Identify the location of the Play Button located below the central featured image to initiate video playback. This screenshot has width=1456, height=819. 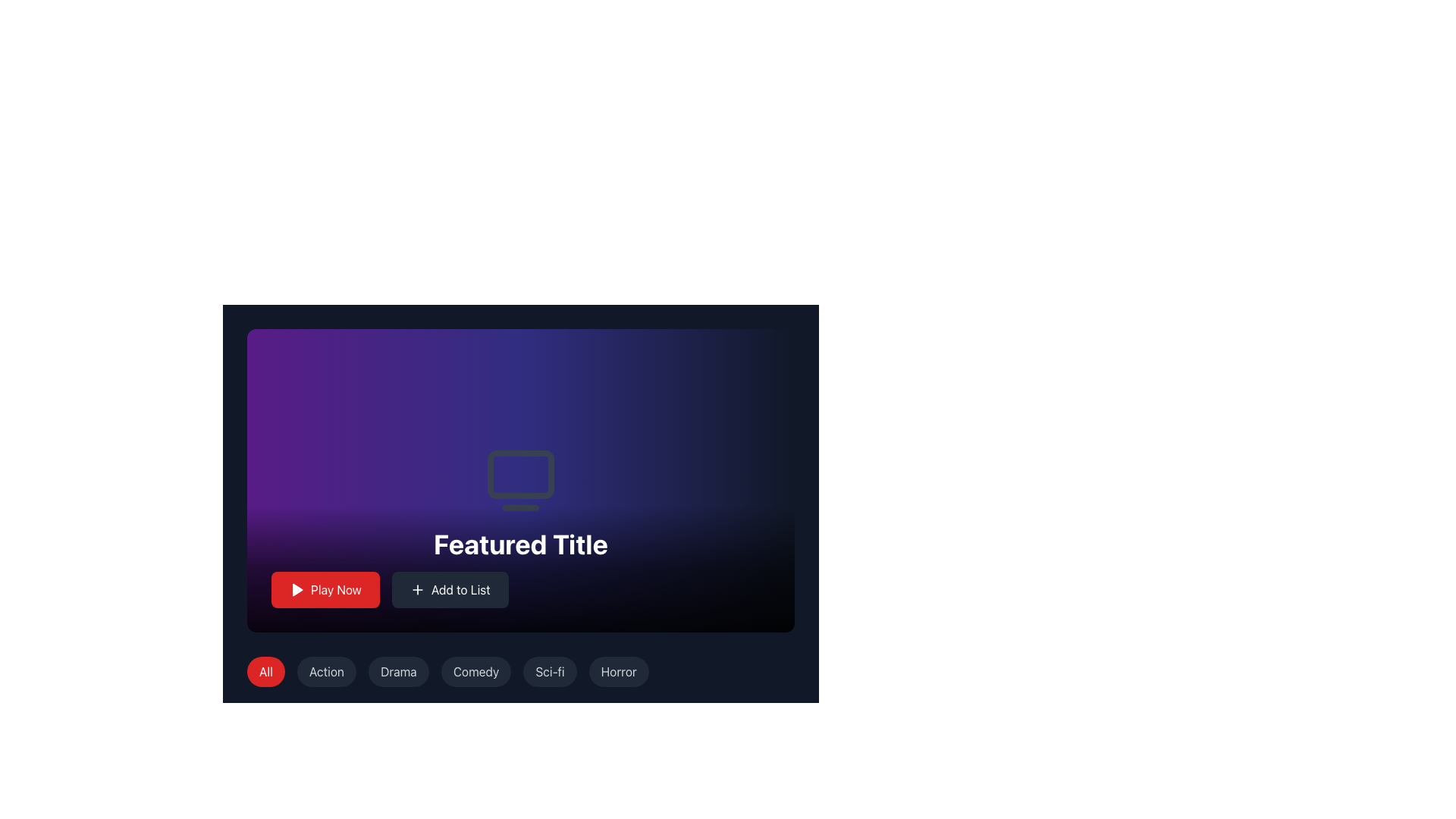
(297, 589).